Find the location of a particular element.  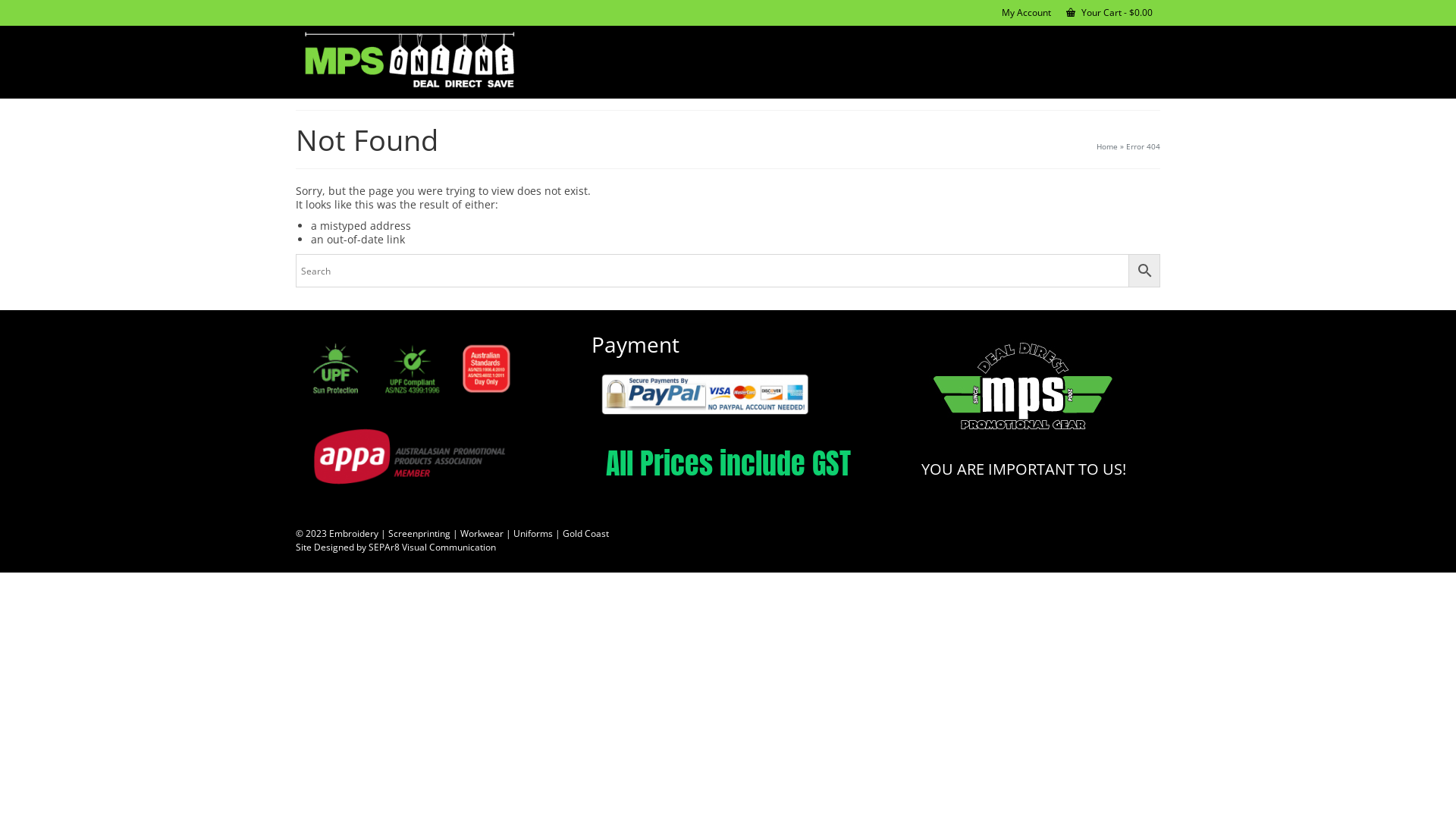

'Your Cart - $0.00' is located at coordinates (1109, 12).